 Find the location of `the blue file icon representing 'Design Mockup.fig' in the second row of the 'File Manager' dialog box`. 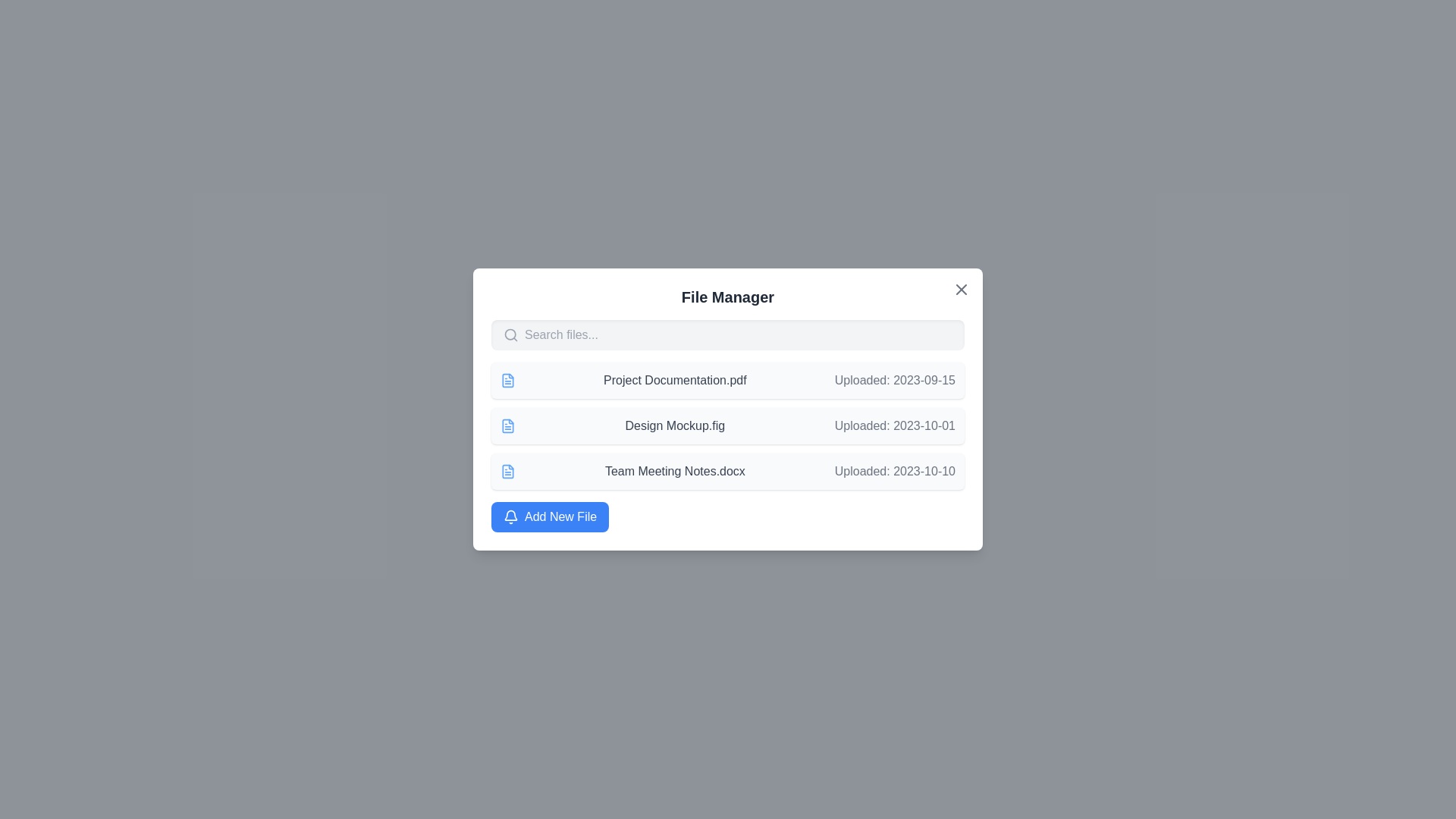

the blue file icon representing 'Design Mockup.fig' in the second row of the 'File Manager' dialog box is located at coordinates (508, 426).